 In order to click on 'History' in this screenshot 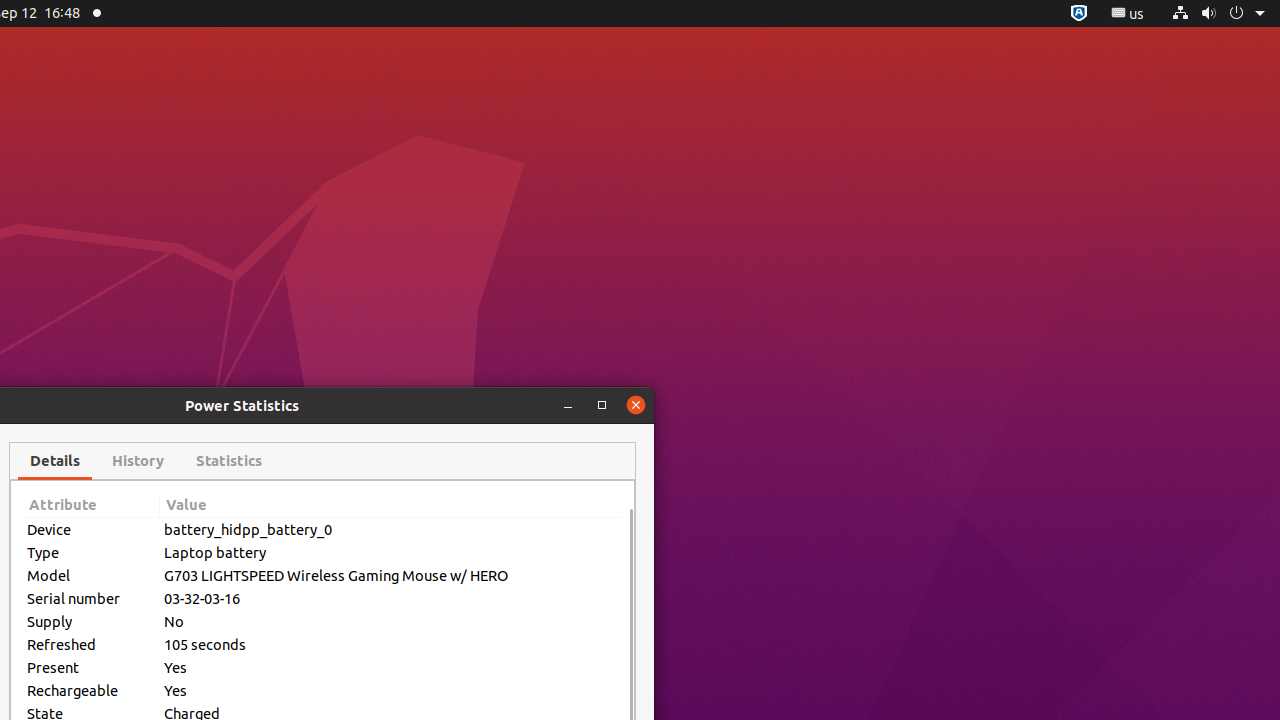, I will do `click(136, 461)`.